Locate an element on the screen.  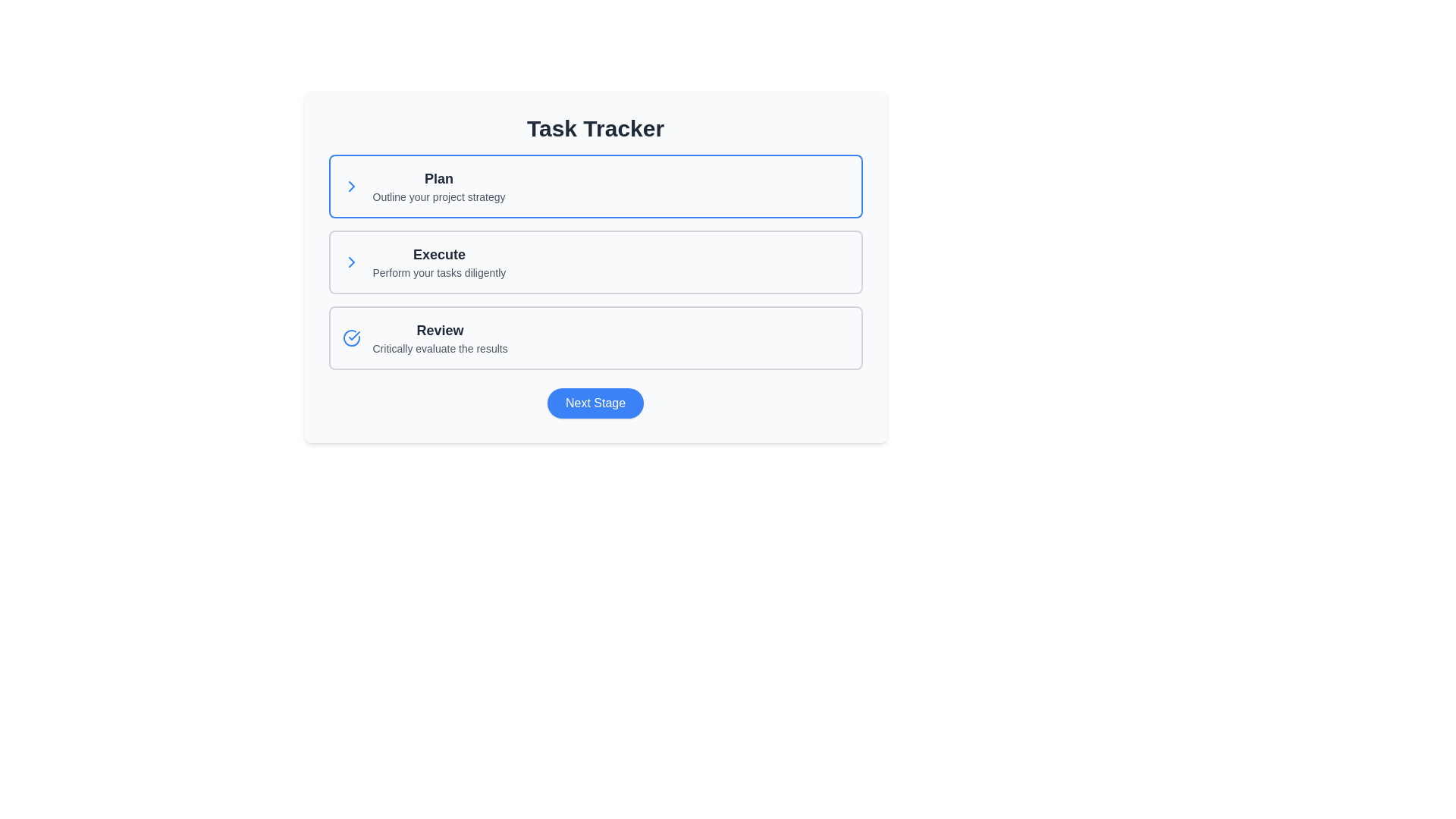
the button located at the bottom of the interface, centered horizontally below the sections titled 'Plan,' 'Execute,' and 'Review' to proceed to the next stage is located at coordinates (595, 403).